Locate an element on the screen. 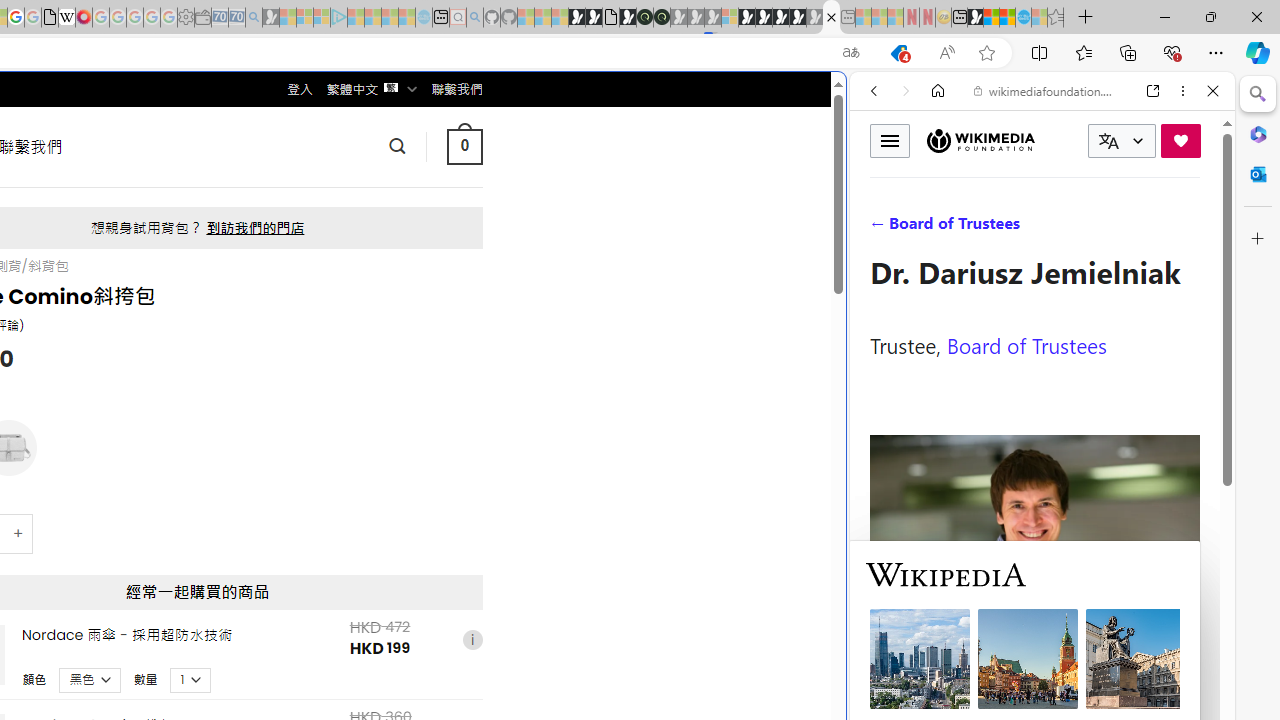 Image resolution: width=1280 pixels, height=720 pixels. '+' is located at coordinates (19, 532).